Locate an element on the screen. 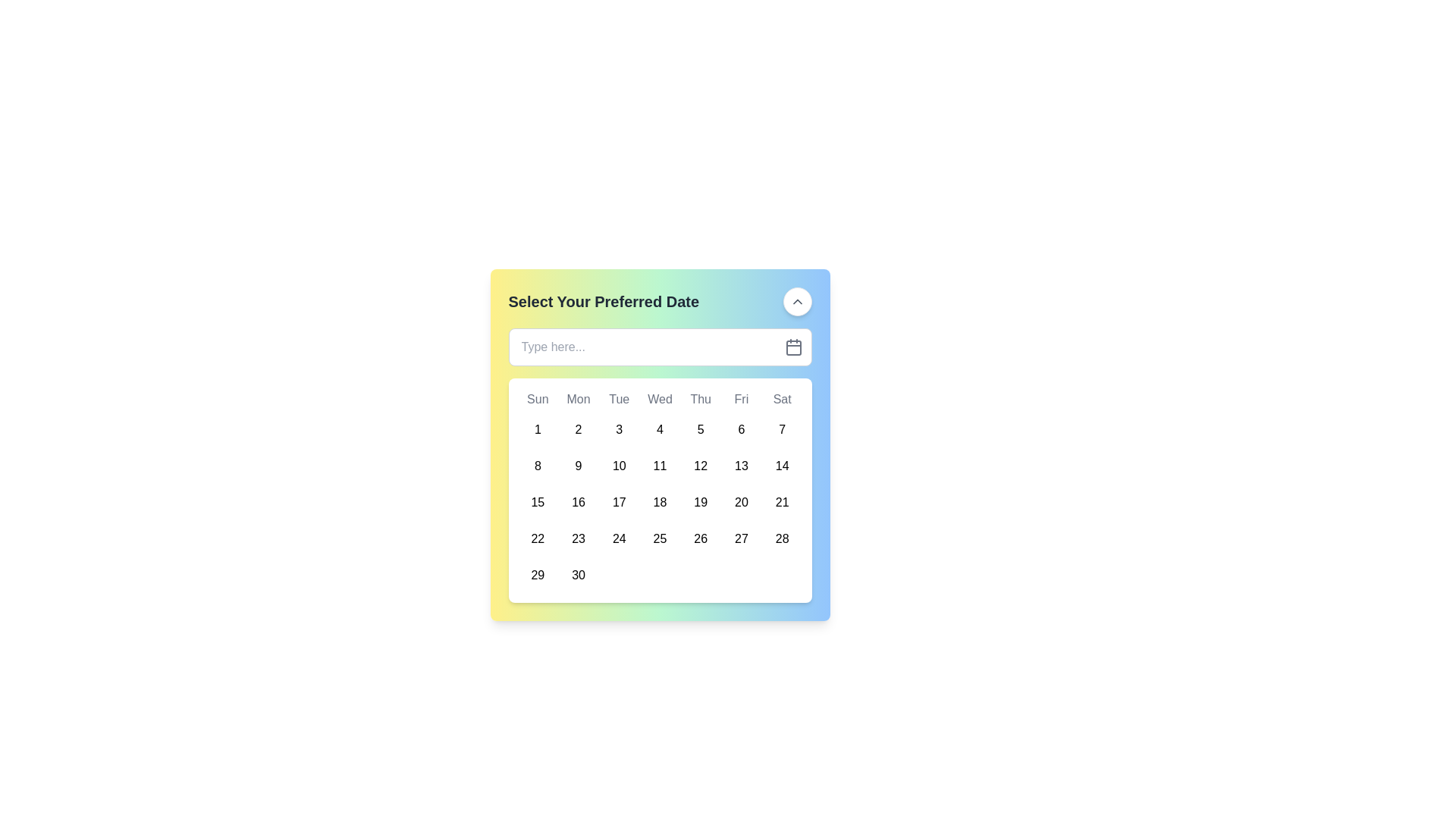  the button representing the 24th day of the month in the calendar UI, located in the fifth row and fourth column under the header 'Tue' is located at coordinates (619, 538).